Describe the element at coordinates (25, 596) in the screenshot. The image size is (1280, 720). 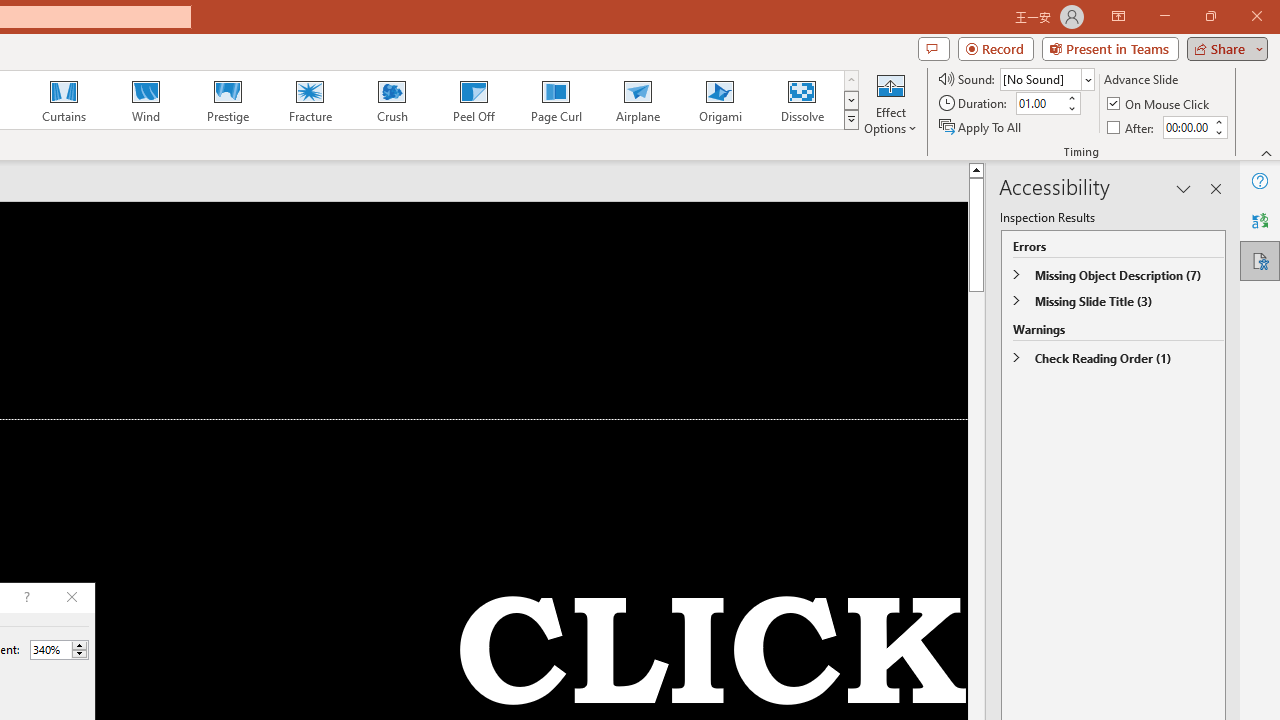
I see `'Context help'` at that location.